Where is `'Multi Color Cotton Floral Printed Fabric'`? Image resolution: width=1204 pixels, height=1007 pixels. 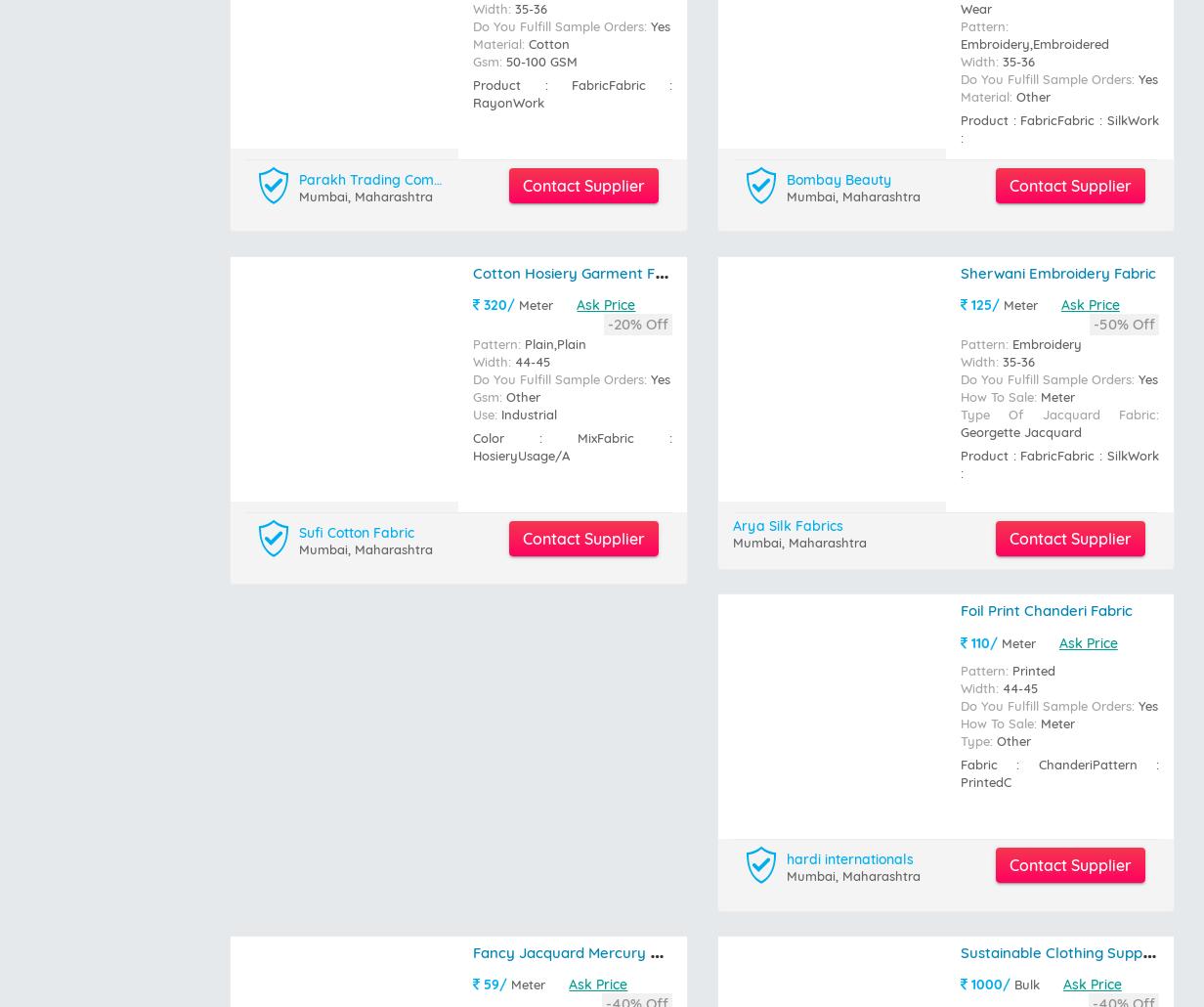 'Multi Color Cotton Floral Printed Fabric' is located at coordinates (607, 511).